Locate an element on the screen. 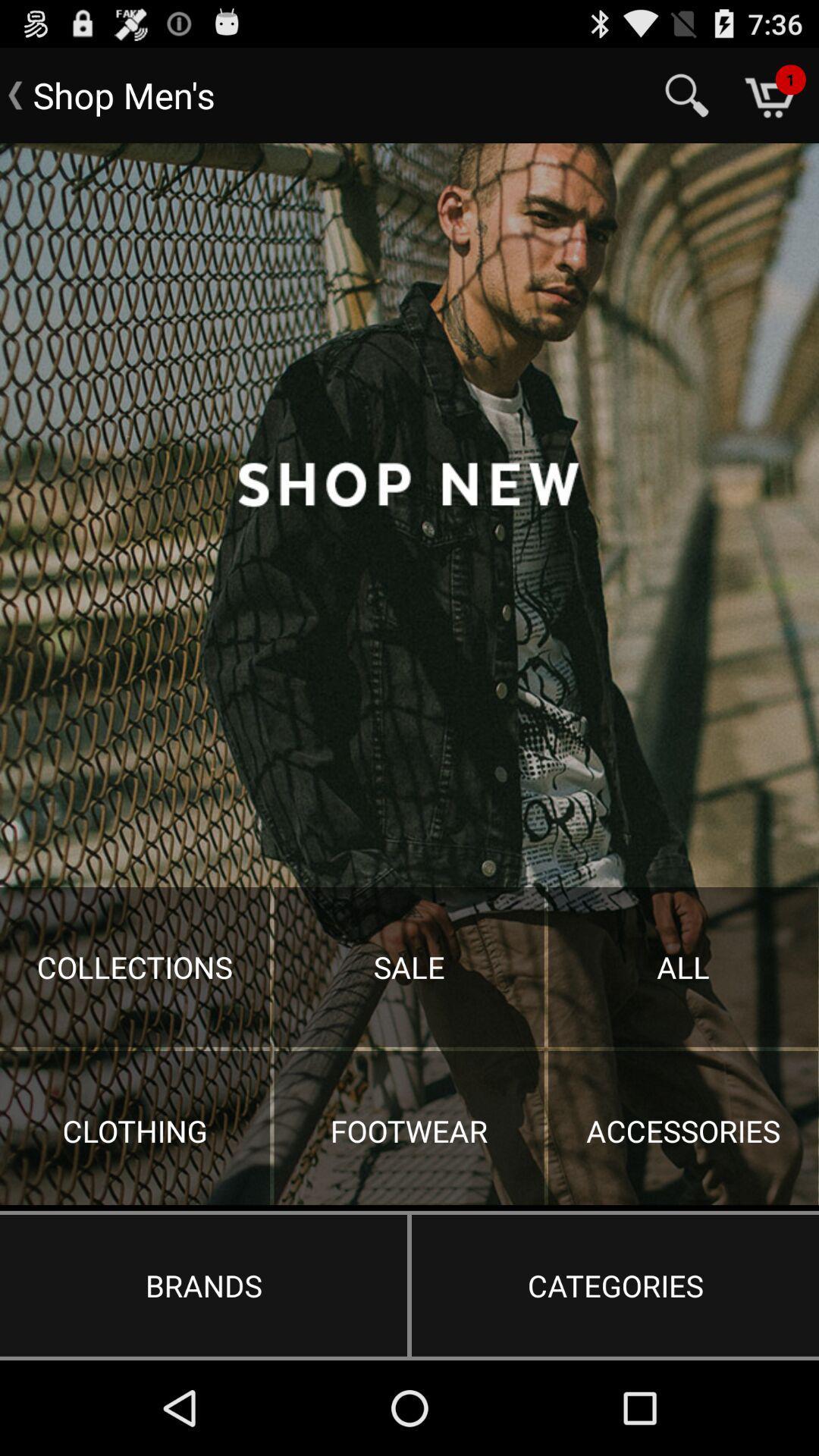 The width and height of the screenshot is (819, 1456). enter is located at coordinates (409, 673).